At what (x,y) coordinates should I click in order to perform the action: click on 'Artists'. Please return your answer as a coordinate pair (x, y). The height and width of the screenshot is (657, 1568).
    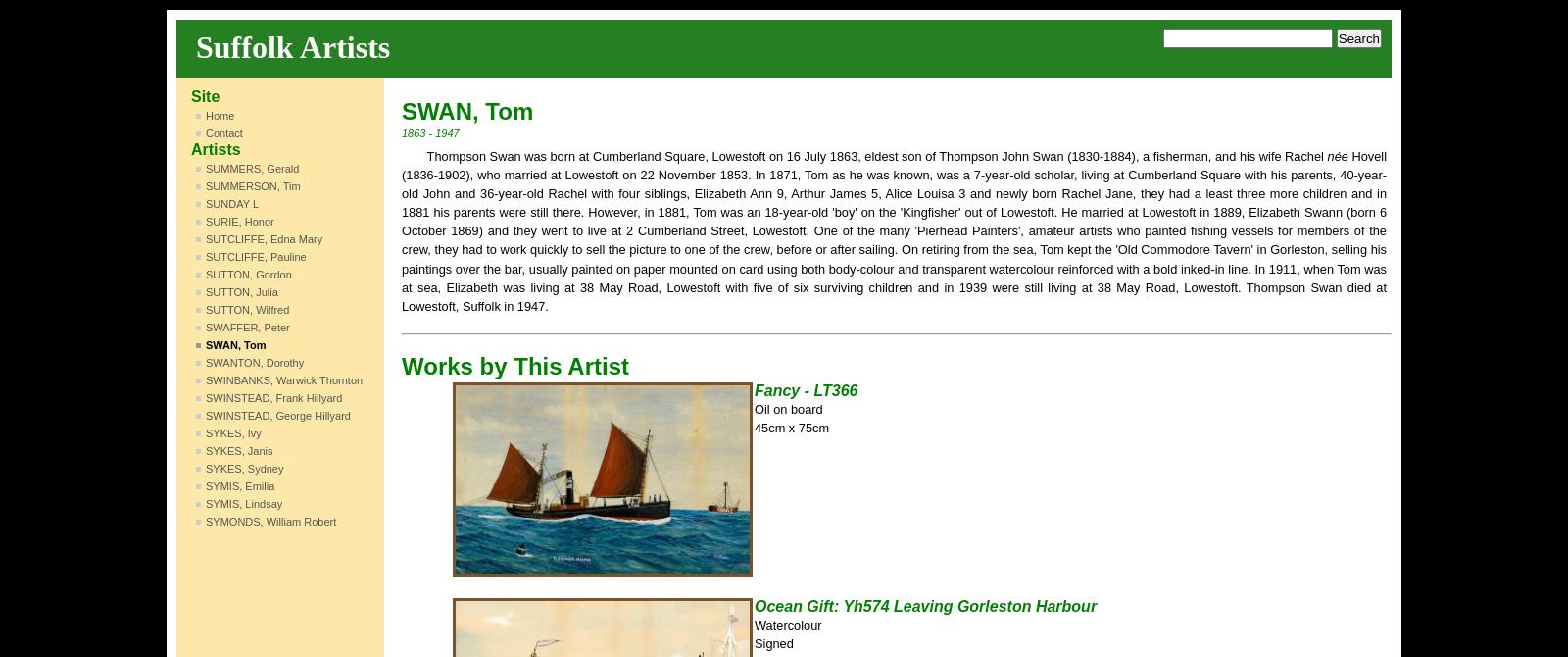
    Looking at the image, I should click on (216, 149).